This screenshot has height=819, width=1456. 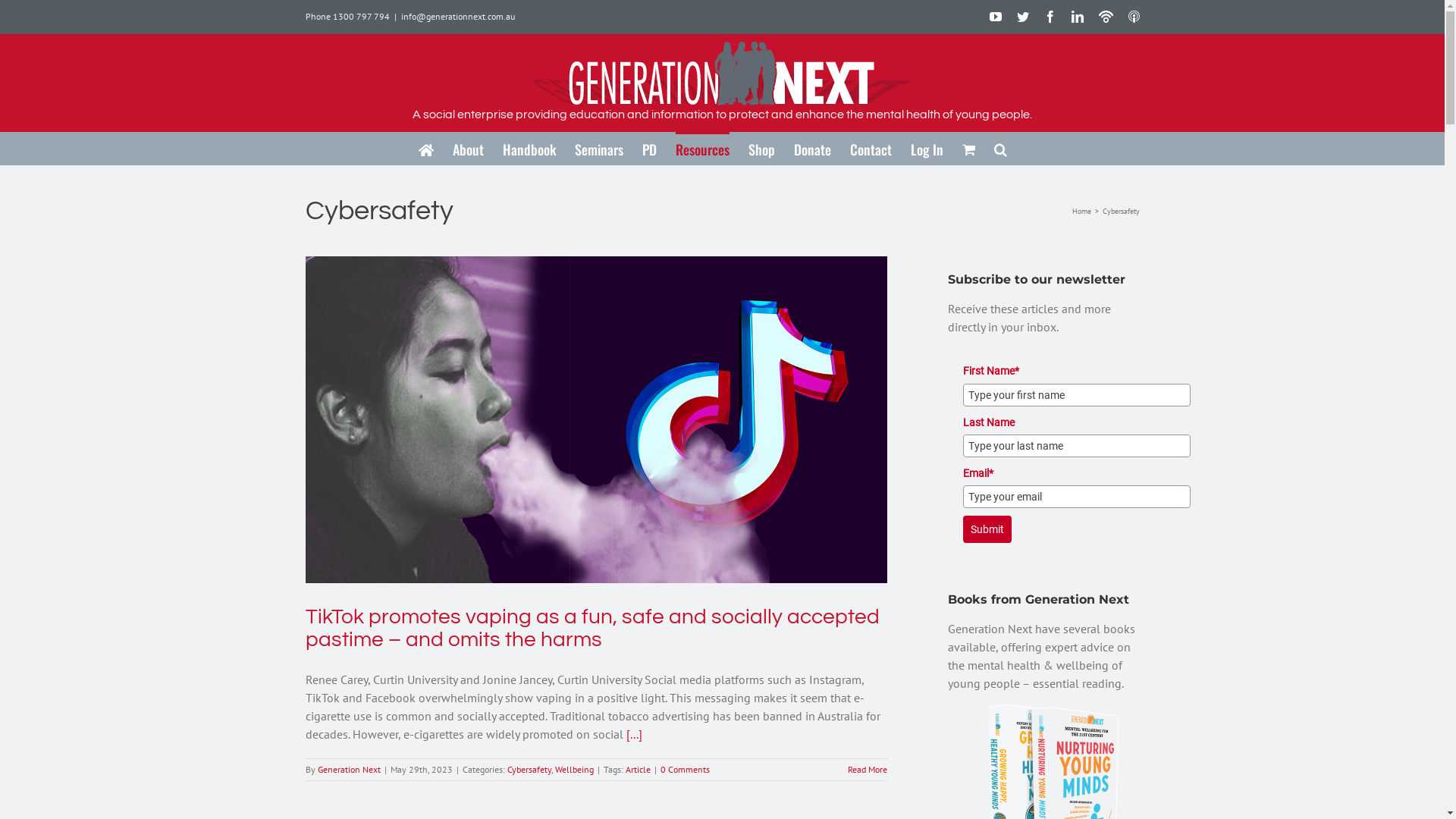 I want to click on 'Twitter', so click(x=1016, y=17).